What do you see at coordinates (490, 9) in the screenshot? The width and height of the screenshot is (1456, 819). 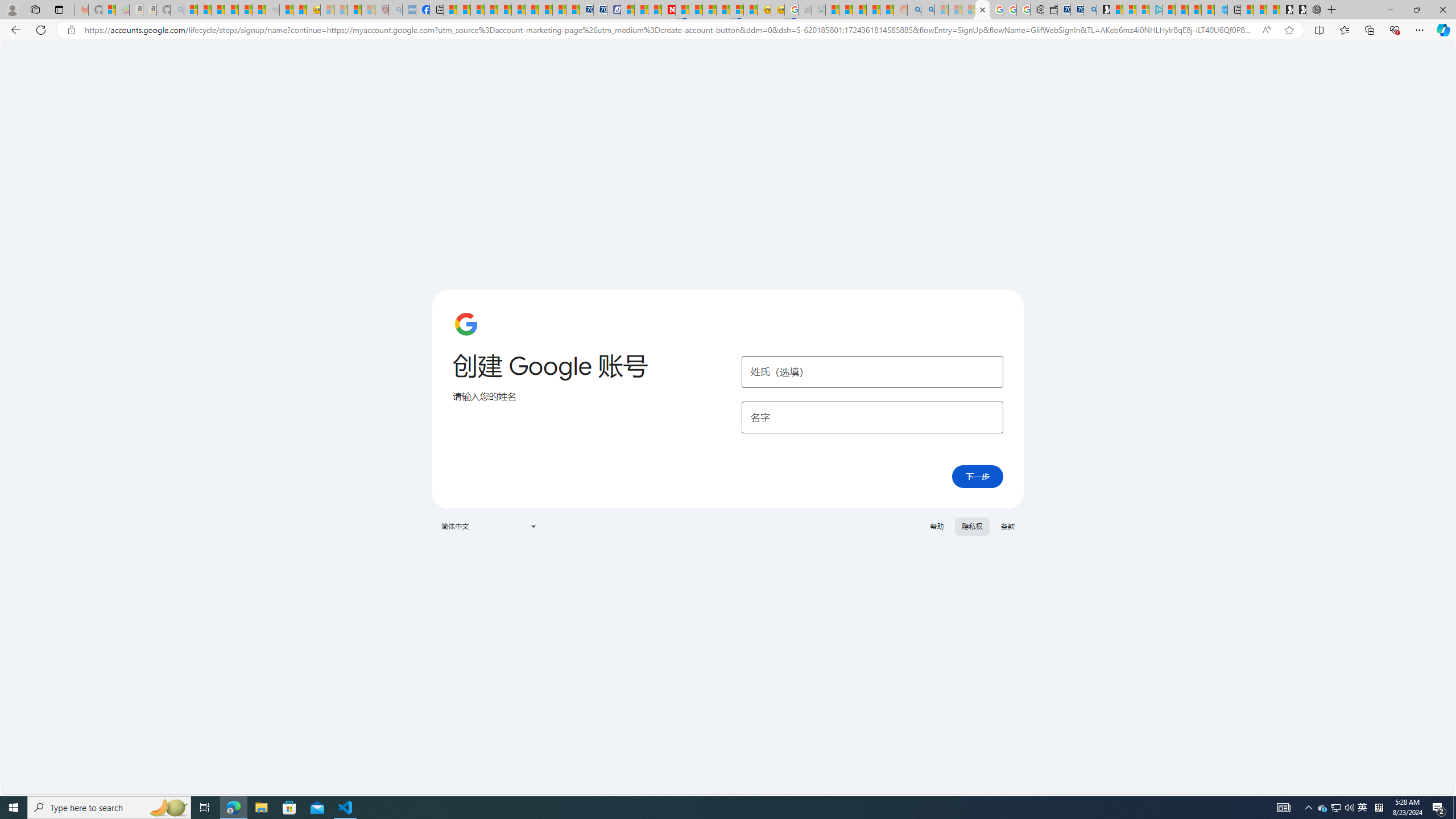 I see `'Climate Damage Becomes Too Severe To Reverse'` at bounding box center [490, 9].